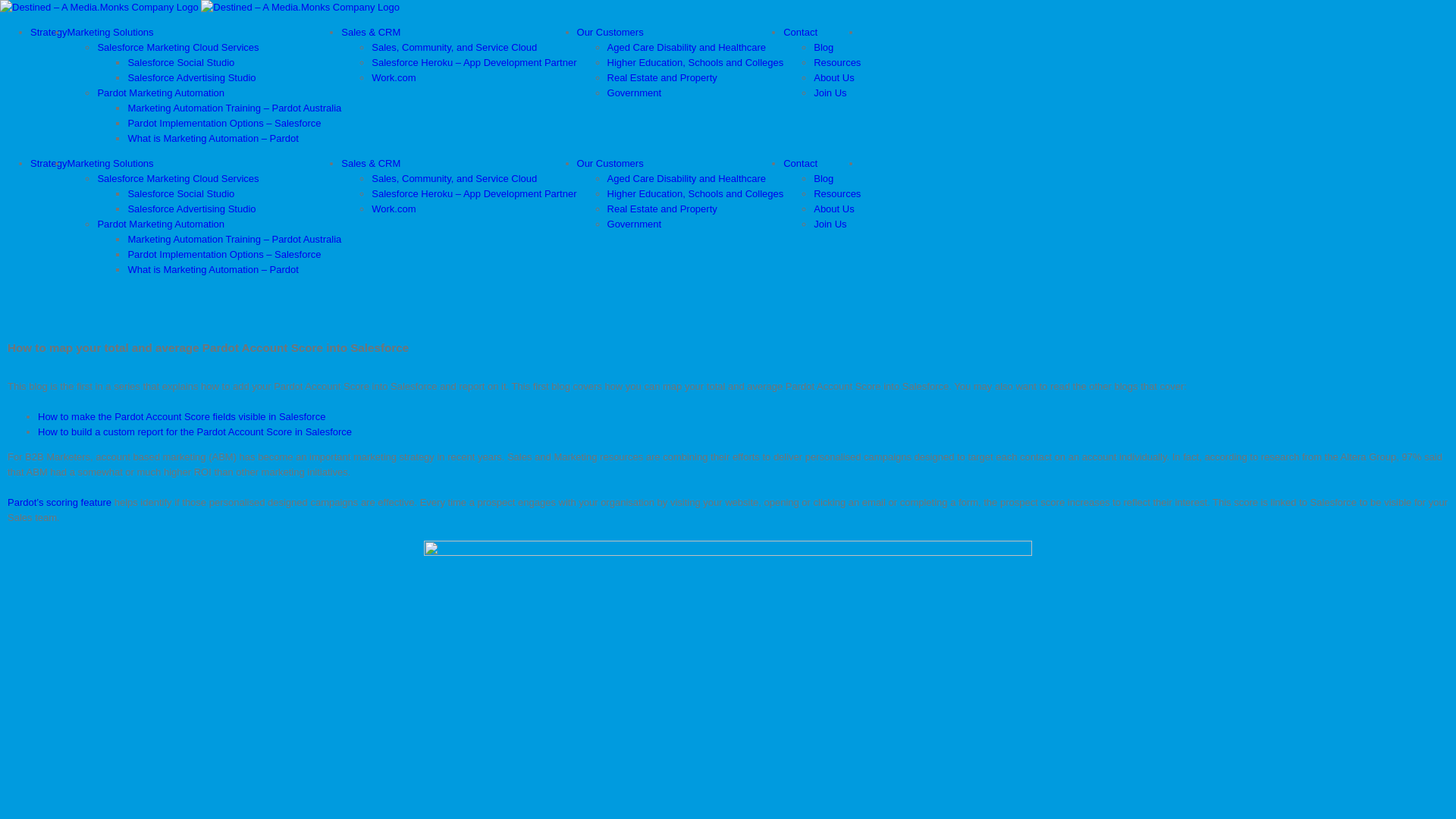 This screenshot has height=819, width=1456. Describe the element at coordinates (610, 163) in the screenshot. I see `'Our Customers'` at that location.